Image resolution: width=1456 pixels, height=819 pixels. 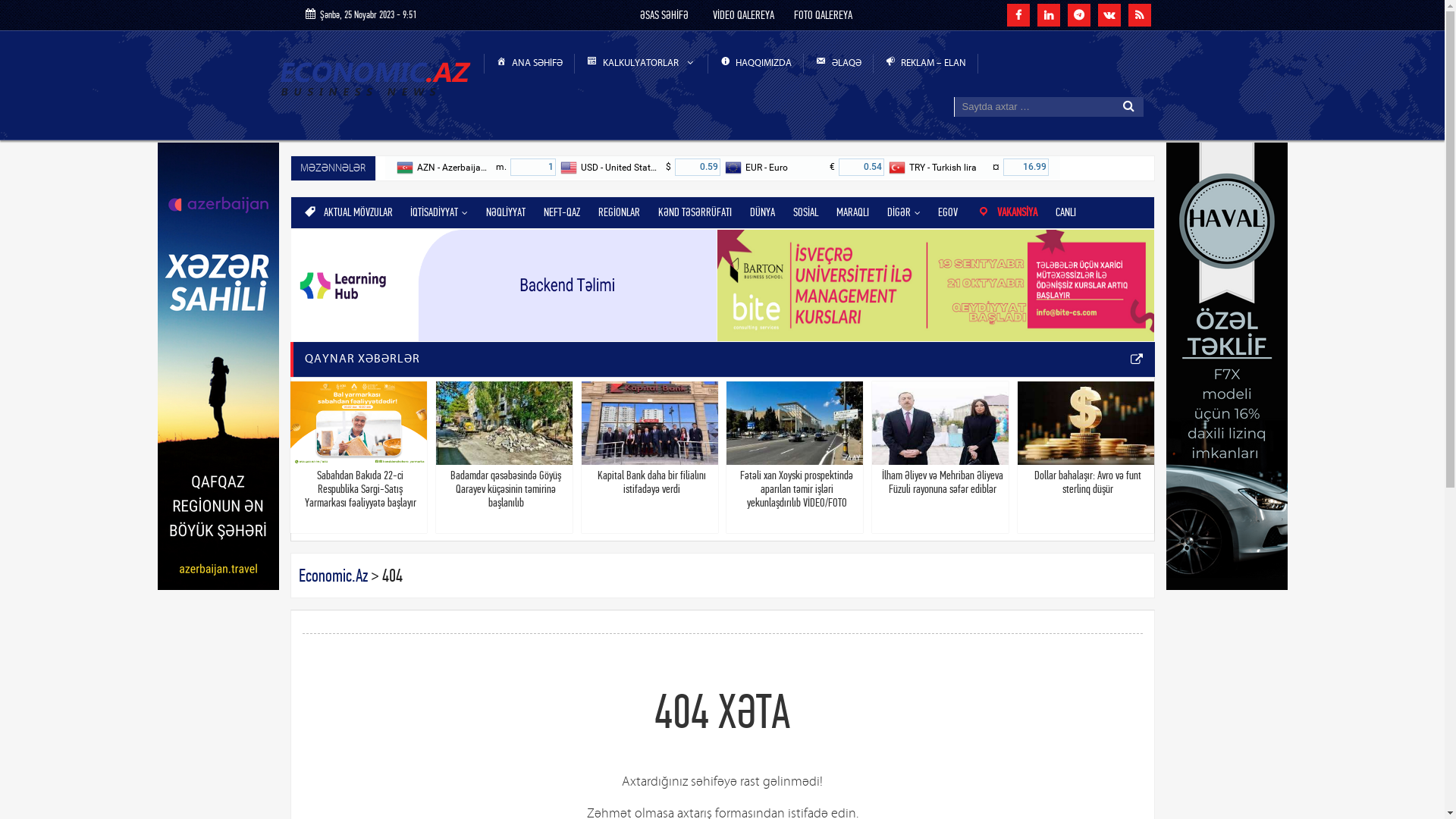 What do you see at coordinates (805, 212) in the screenshot?
I see `'SOSIAL'` at bounding box center [805, 212].